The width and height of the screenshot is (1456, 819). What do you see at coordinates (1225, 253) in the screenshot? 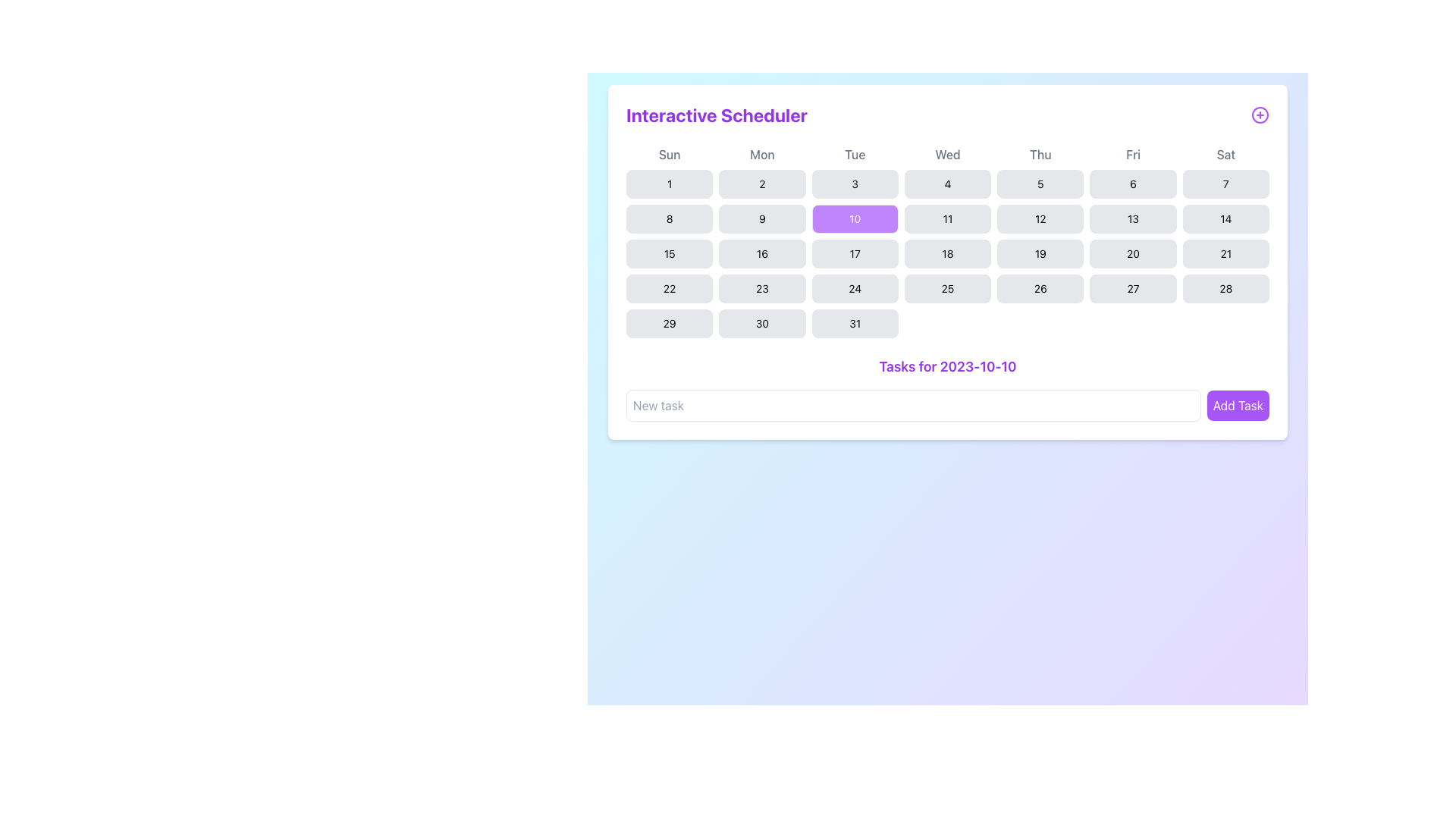
I see `the rounded rectangular button with the number '21' in the bottom row of the calendar grid under the Saturday header` at bounding box center [1225, 253].